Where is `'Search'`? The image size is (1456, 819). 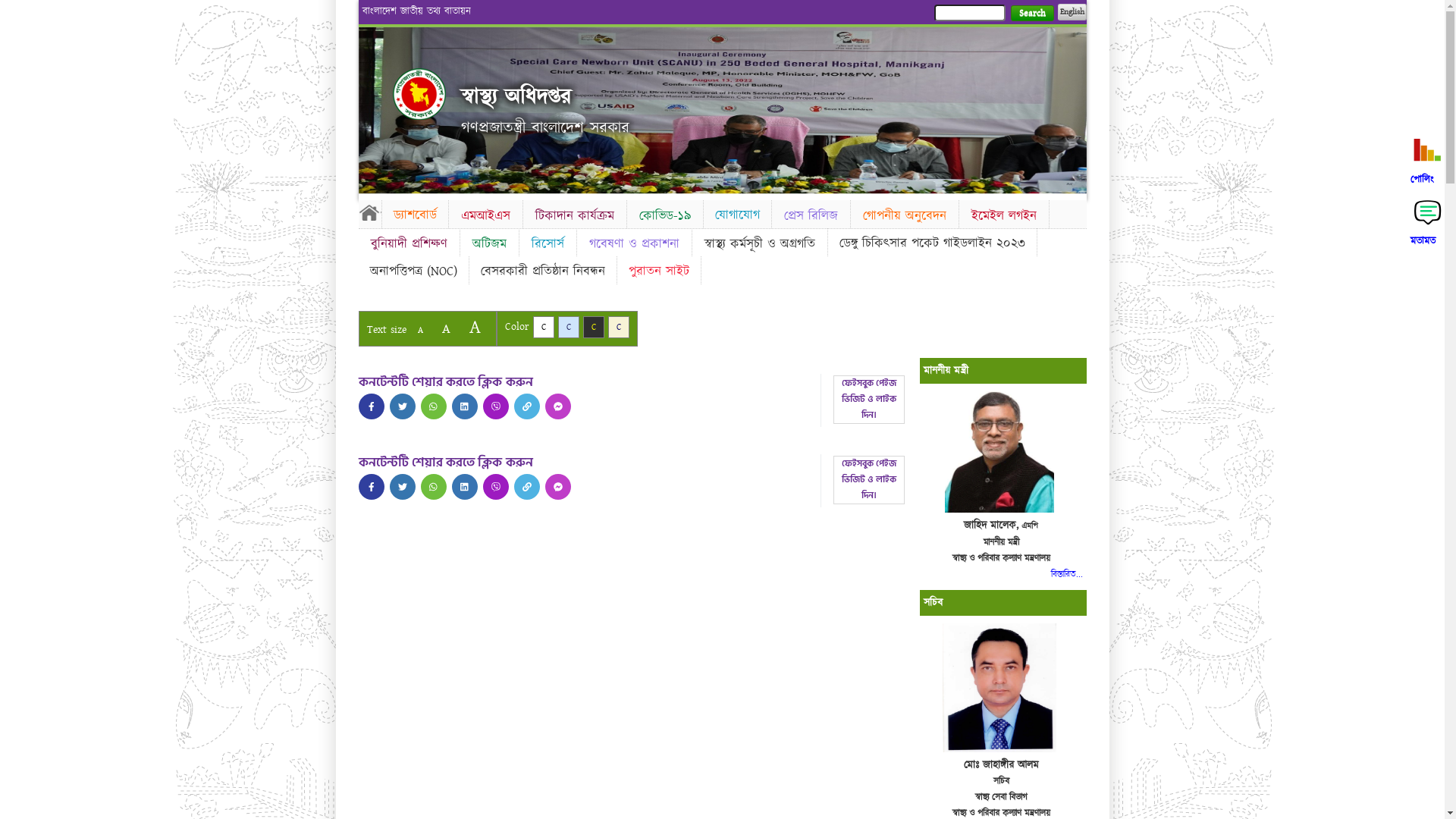 'Search' is located at coordinates (1031, 13).